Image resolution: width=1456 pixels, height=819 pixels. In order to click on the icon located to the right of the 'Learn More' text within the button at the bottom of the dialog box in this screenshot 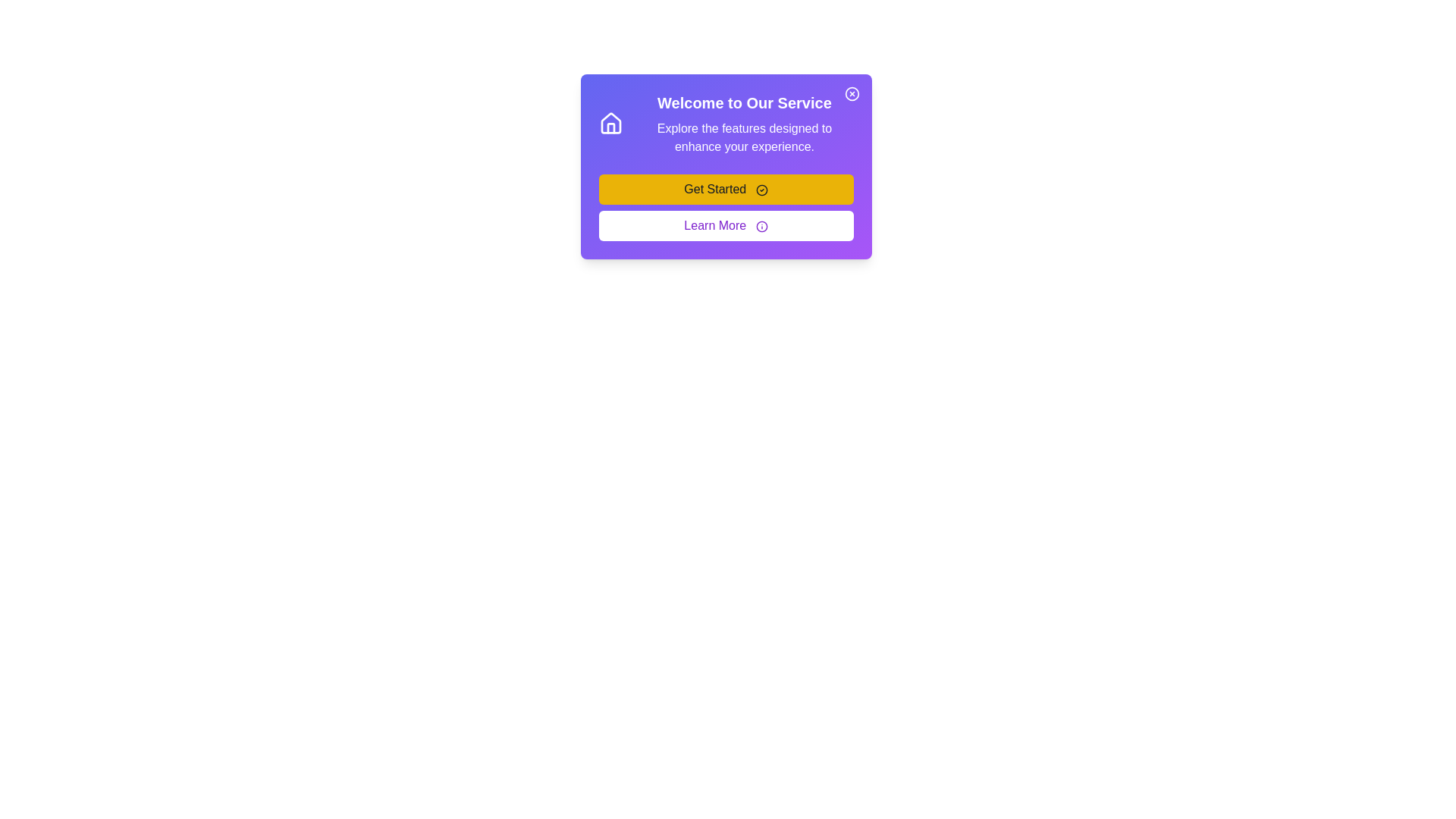, I will do `click(761, 226)`.